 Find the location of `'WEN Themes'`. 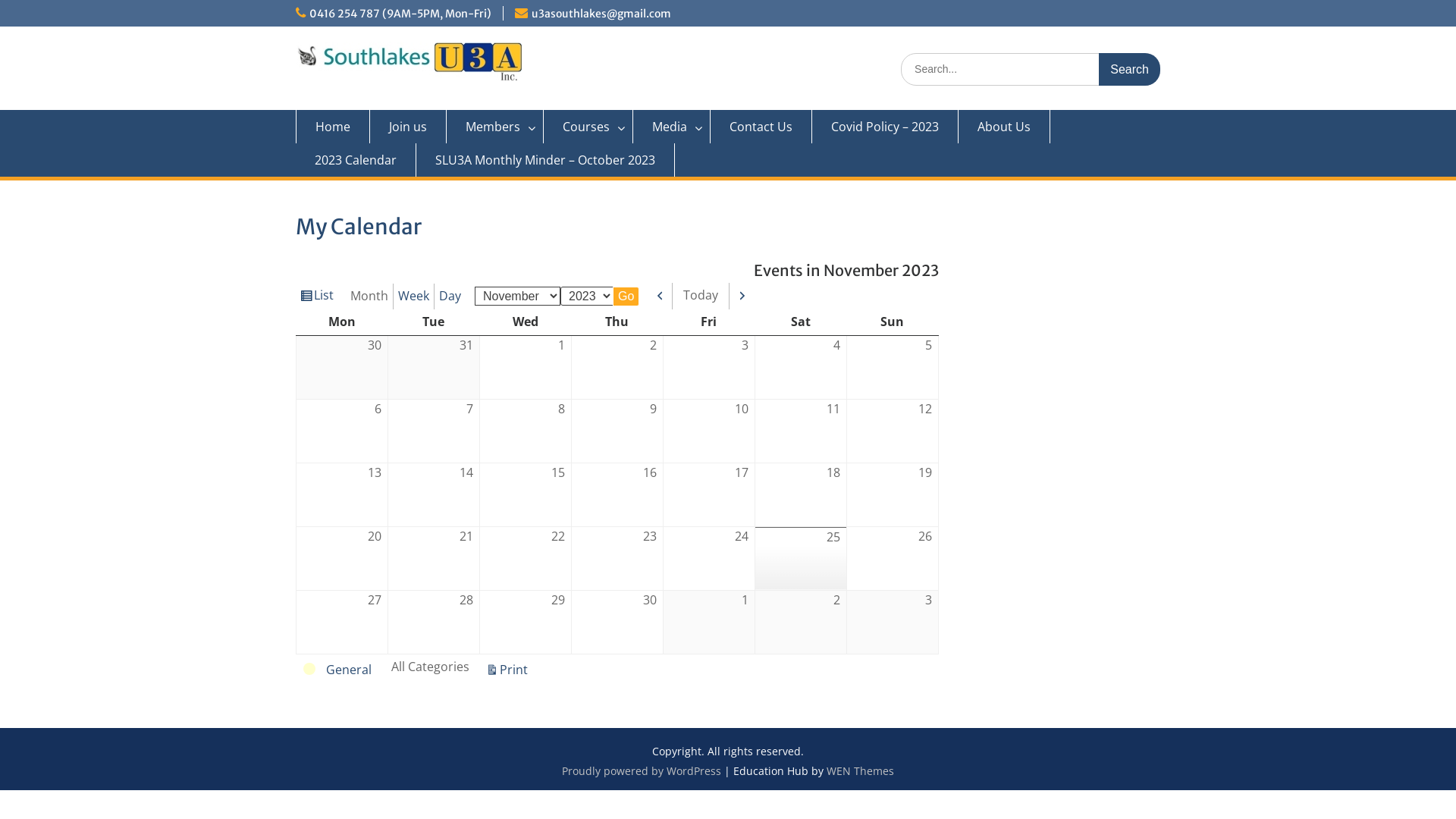

'WEN Themes' is located at coordinates (860, 770).